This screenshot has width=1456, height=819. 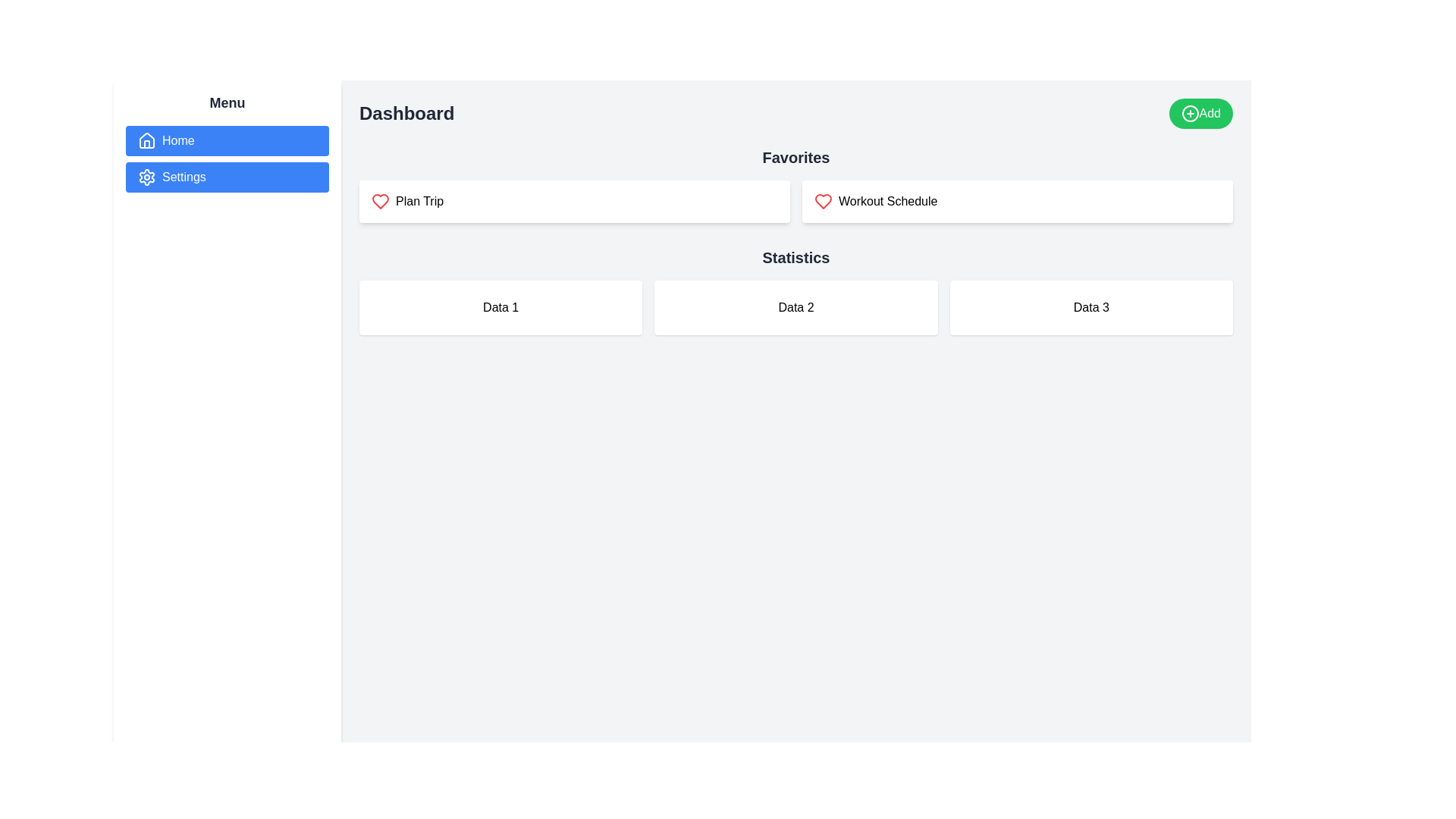 I want to click on the heart-shaped icon within the 'Workout Schedule' item of the 'Favorites' section, so click(x=822, y=201).